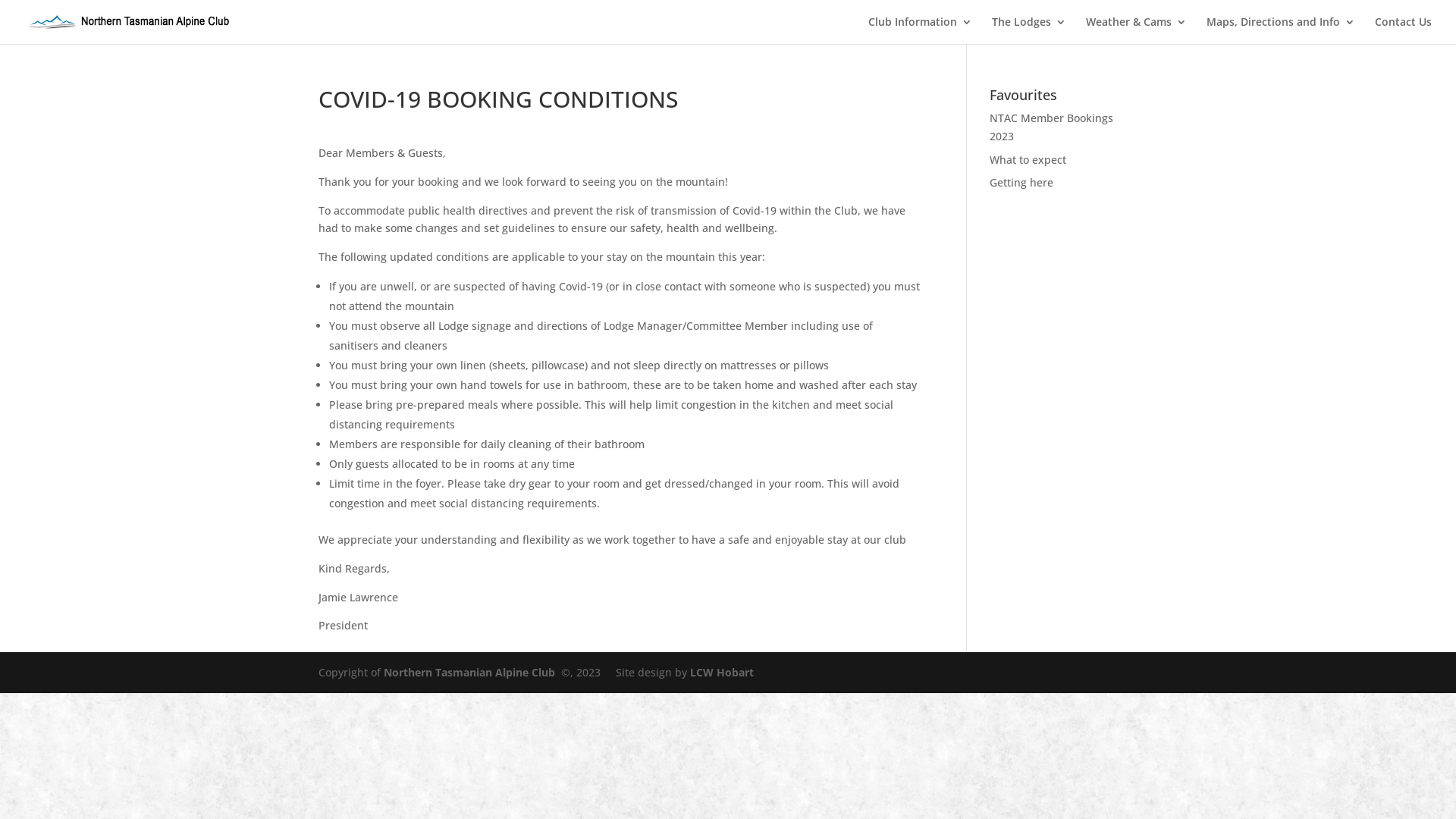  I want to click on 'Club Information', so click(919, 30).